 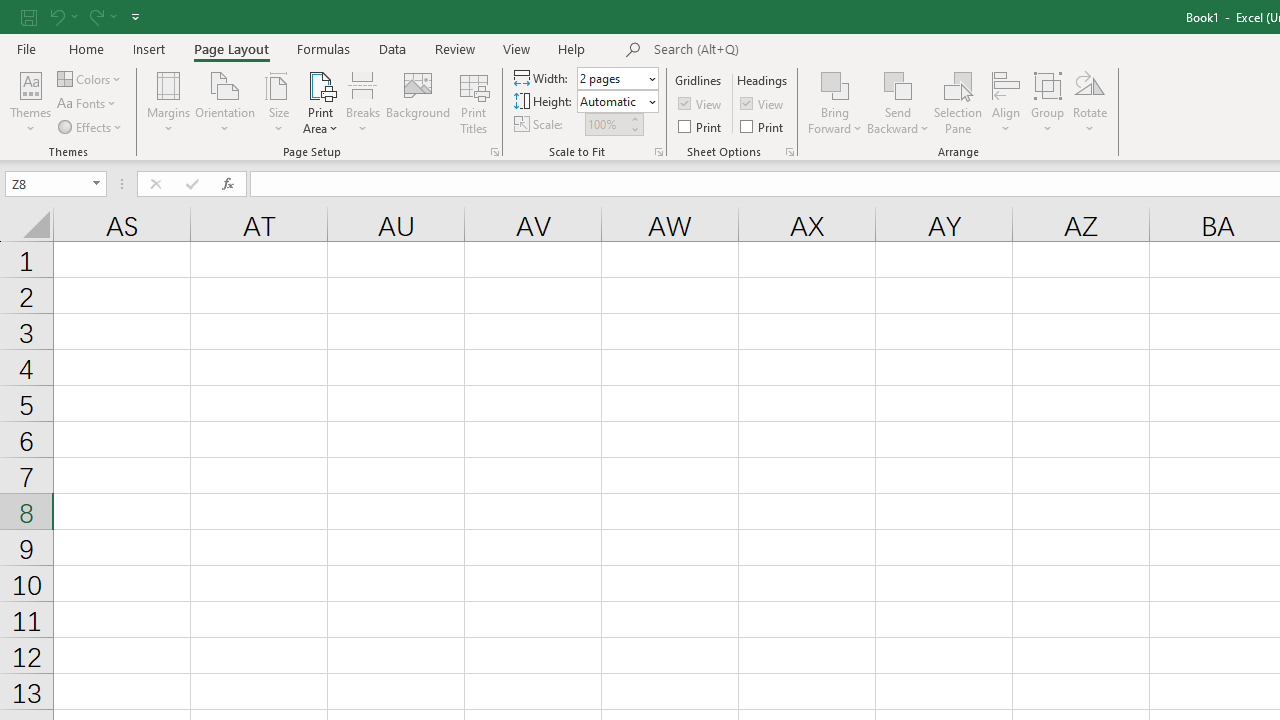 I want to click on 'Width', so click(x=610, y=77).